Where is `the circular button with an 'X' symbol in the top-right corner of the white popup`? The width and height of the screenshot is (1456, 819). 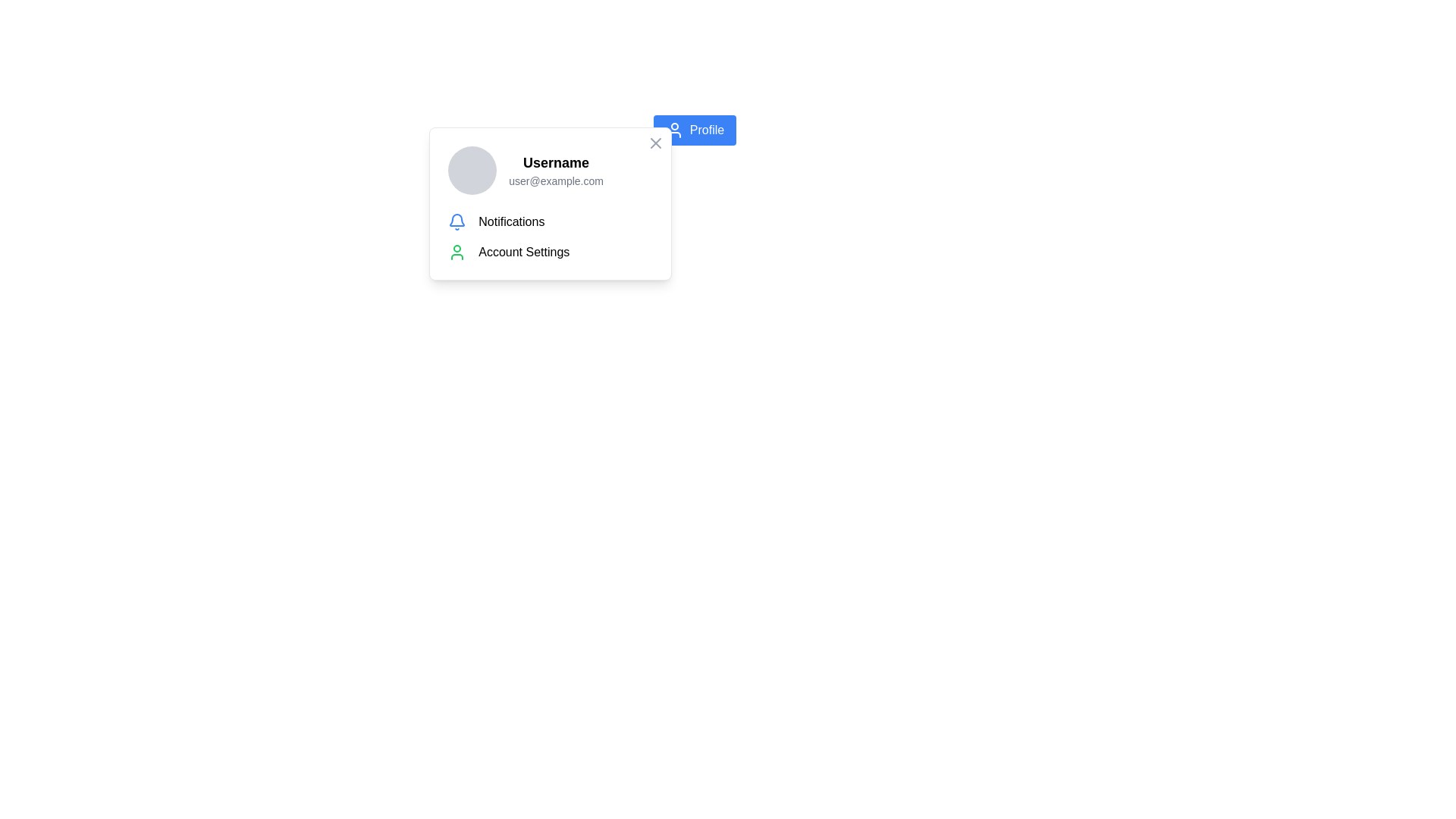
the circular button with an 'X' symbol in the top-right corner of the white popup is located at coordinates (656, 143).